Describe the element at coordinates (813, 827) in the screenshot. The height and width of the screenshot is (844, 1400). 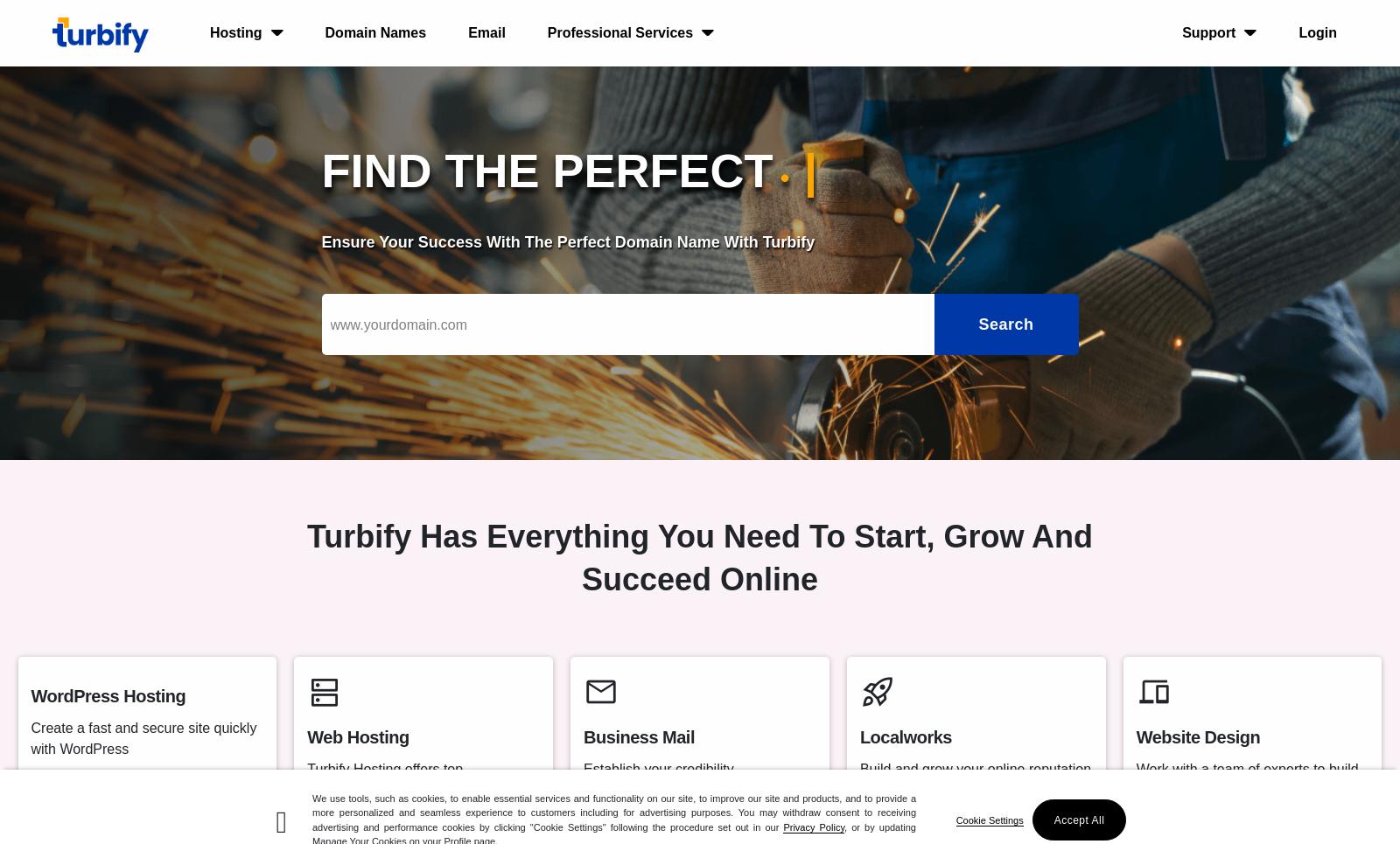
I see `'Privacy Policy'` at that location.